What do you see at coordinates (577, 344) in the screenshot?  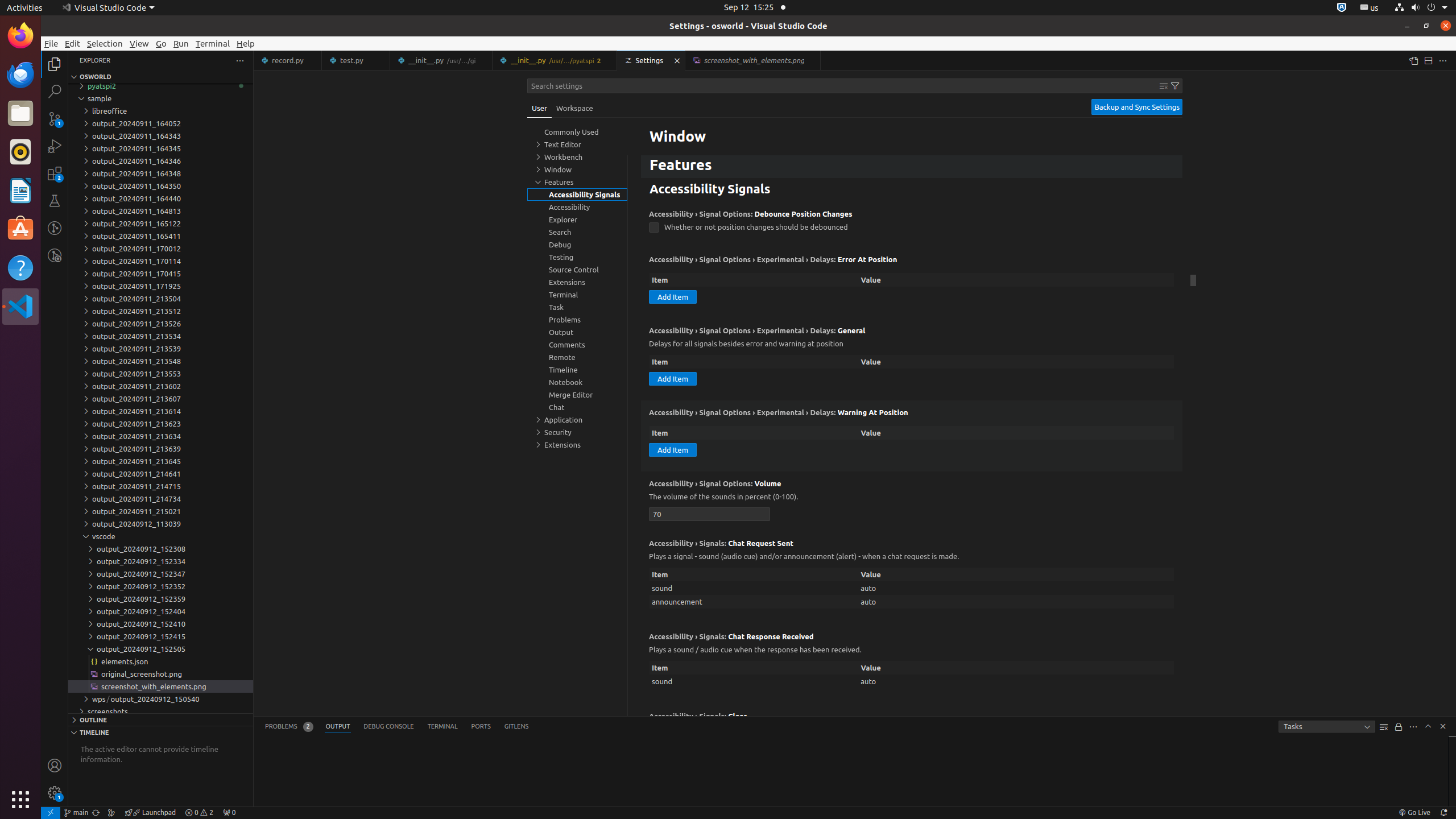 I see `'Comments, group'` at bounding box center [577, 344].